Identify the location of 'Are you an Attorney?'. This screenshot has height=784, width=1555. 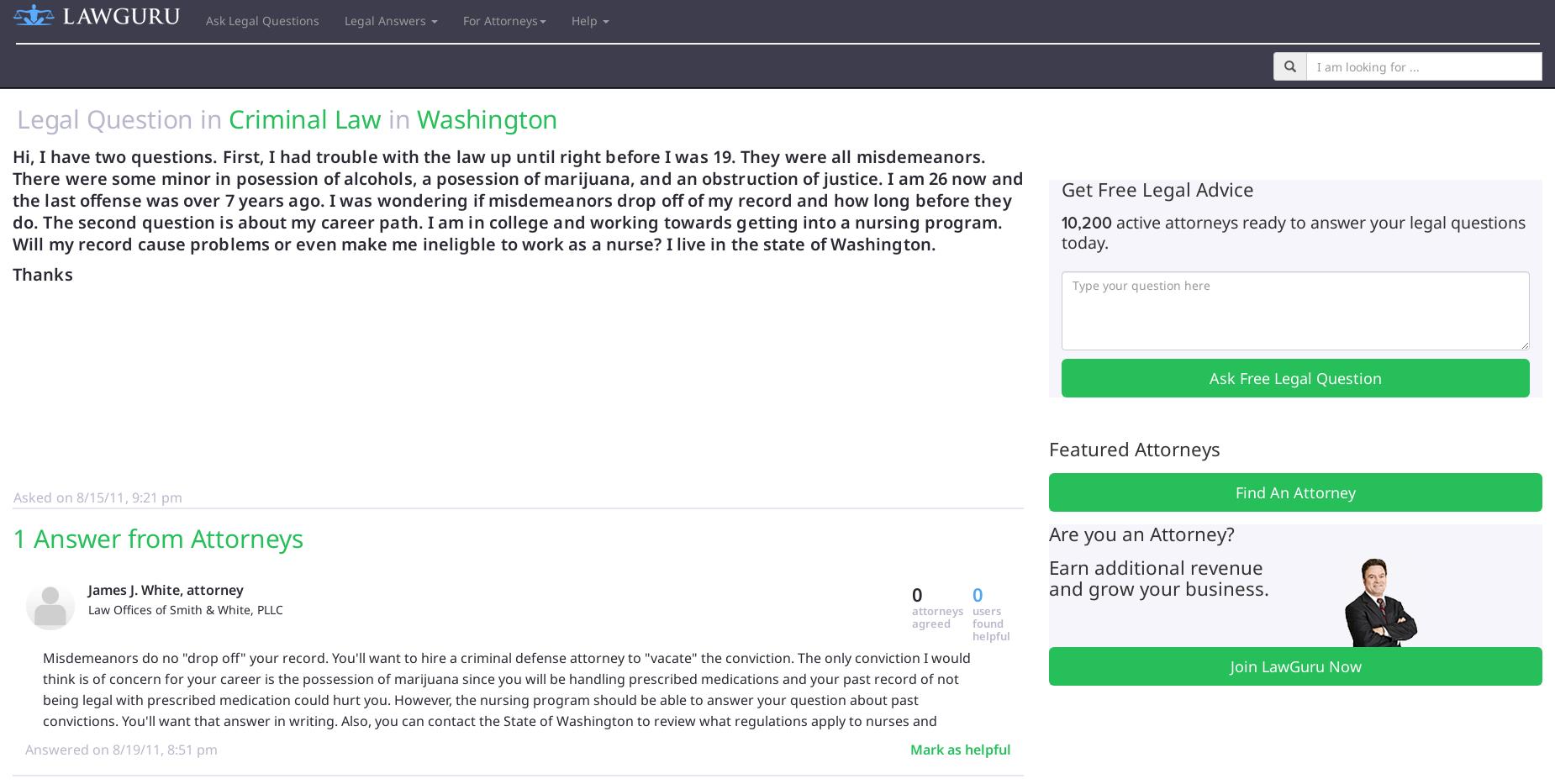
(1048, 532).